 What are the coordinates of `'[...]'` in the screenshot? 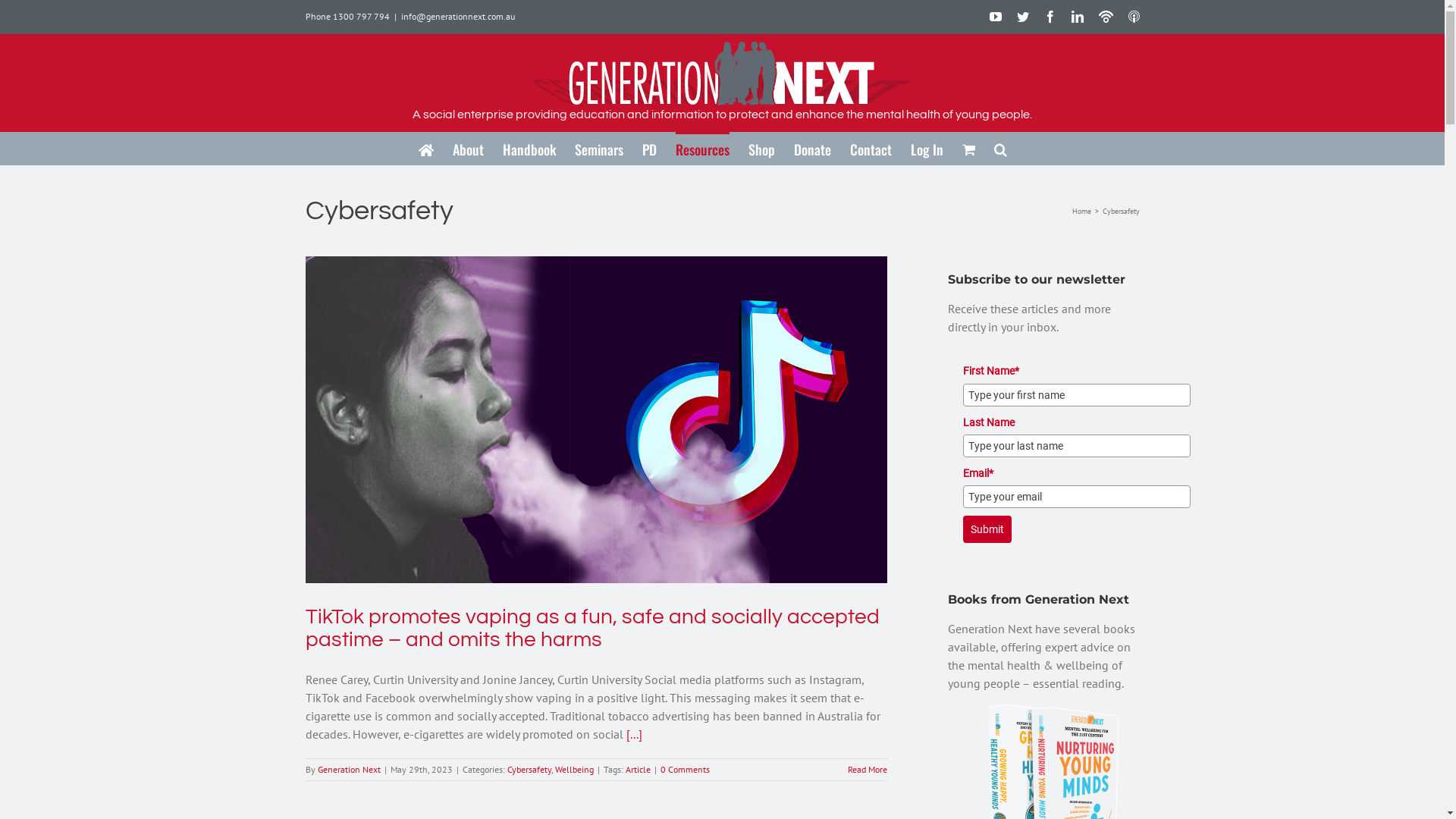 It's located at (626, 733).